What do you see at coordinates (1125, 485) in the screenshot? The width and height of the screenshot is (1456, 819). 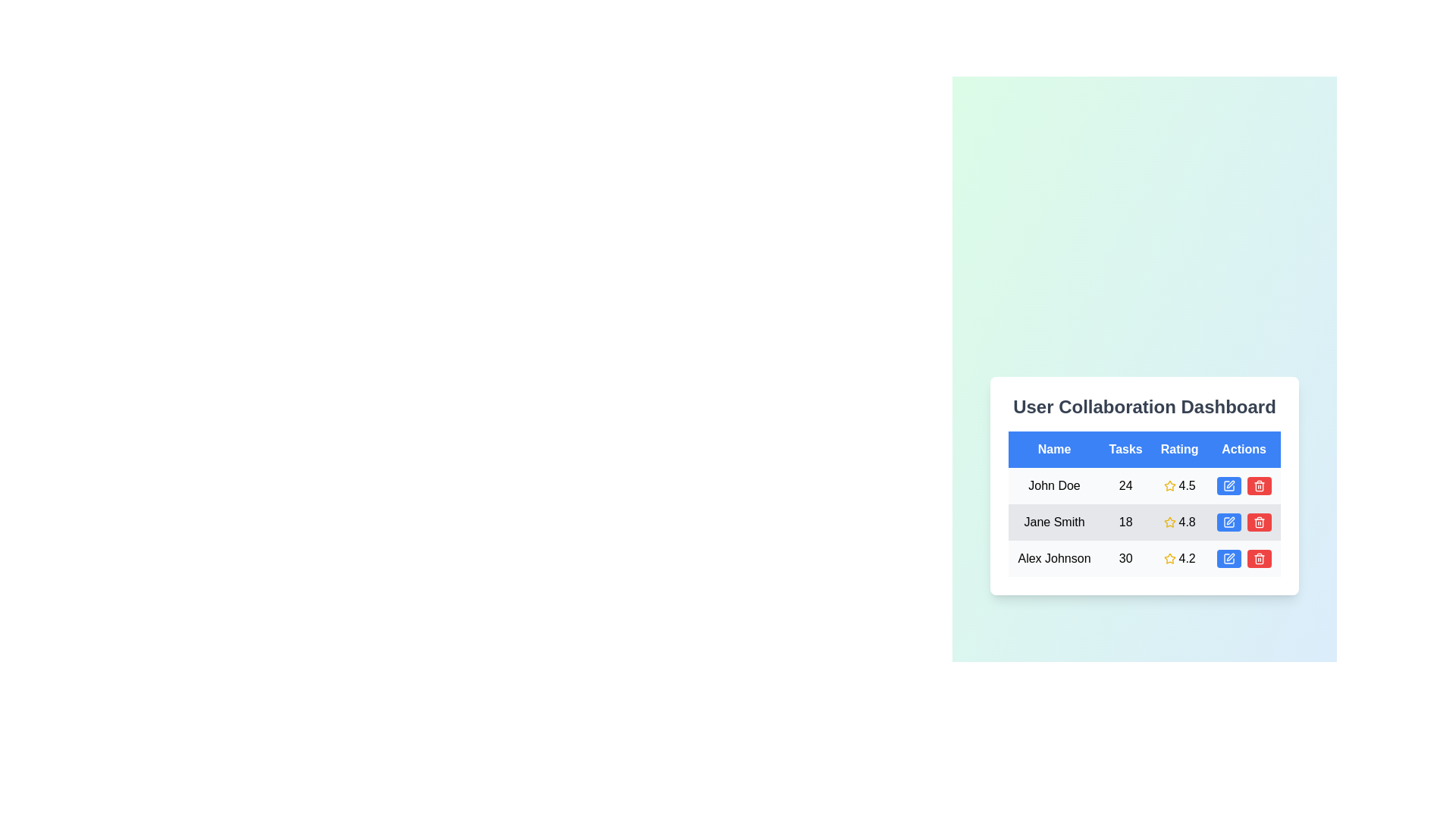 I see `the Text Display Field that shows the number of tasks assigned to 'John Doe', located in the 'Tasks' column beneath the header` at bounding box center [1125, 485].